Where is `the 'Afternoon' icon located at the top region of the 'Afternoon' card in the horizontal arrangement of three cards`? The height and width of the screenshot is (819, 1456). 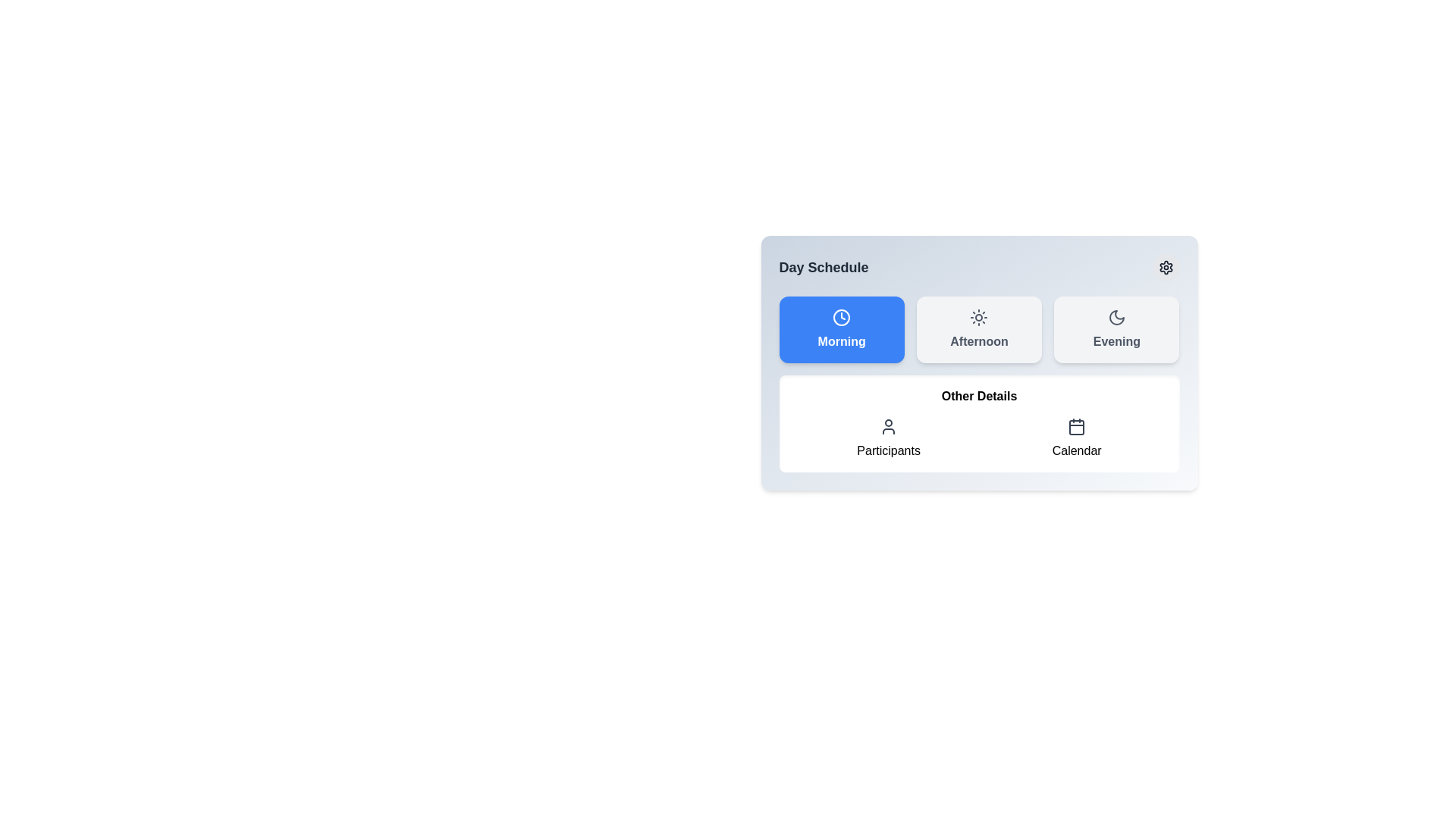
the 'Afternoon' icon located at the top region of the 'Afternoon' card in the horizontal arrangement of three cards is located at coordinates (979, 317).